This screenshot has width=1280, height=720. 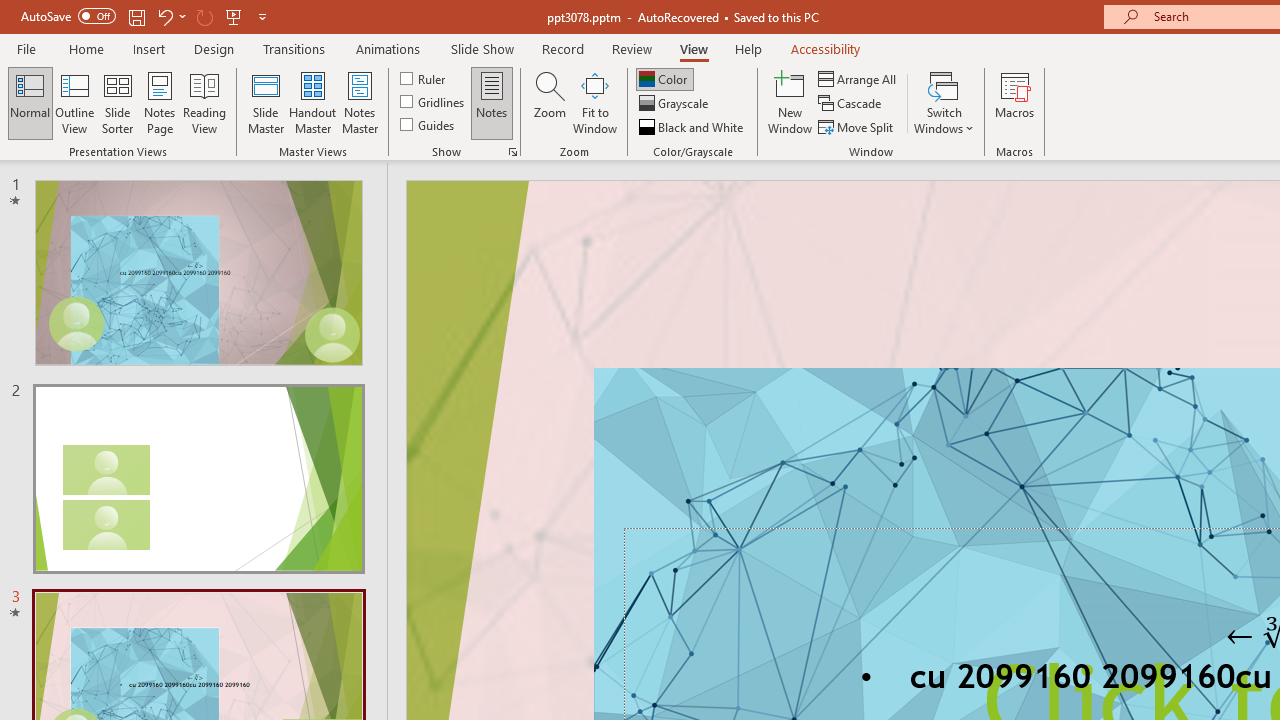 I want to click on 'Macros', so click(x=1015, y=103).